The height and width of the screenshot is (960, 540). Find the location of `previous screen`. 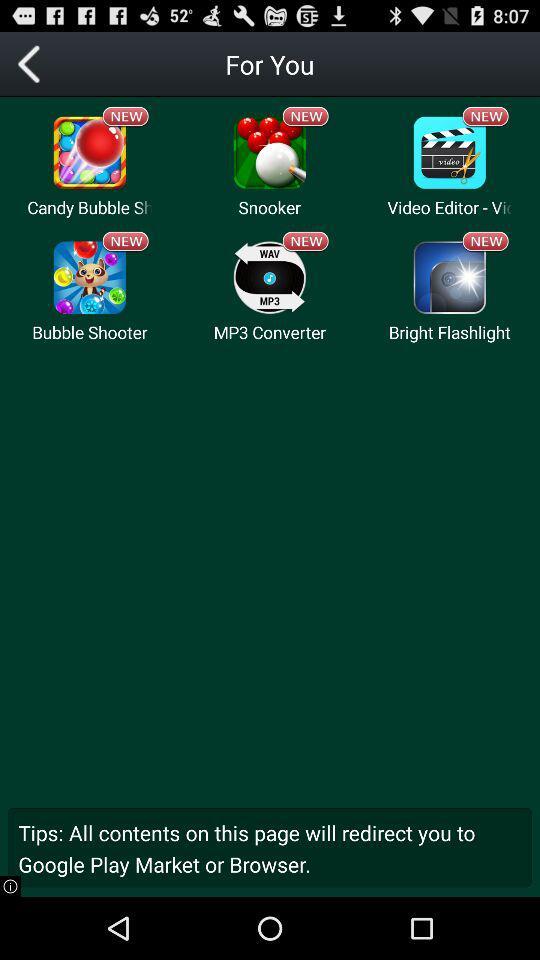

previous screen is located at coordinates (31, 64).